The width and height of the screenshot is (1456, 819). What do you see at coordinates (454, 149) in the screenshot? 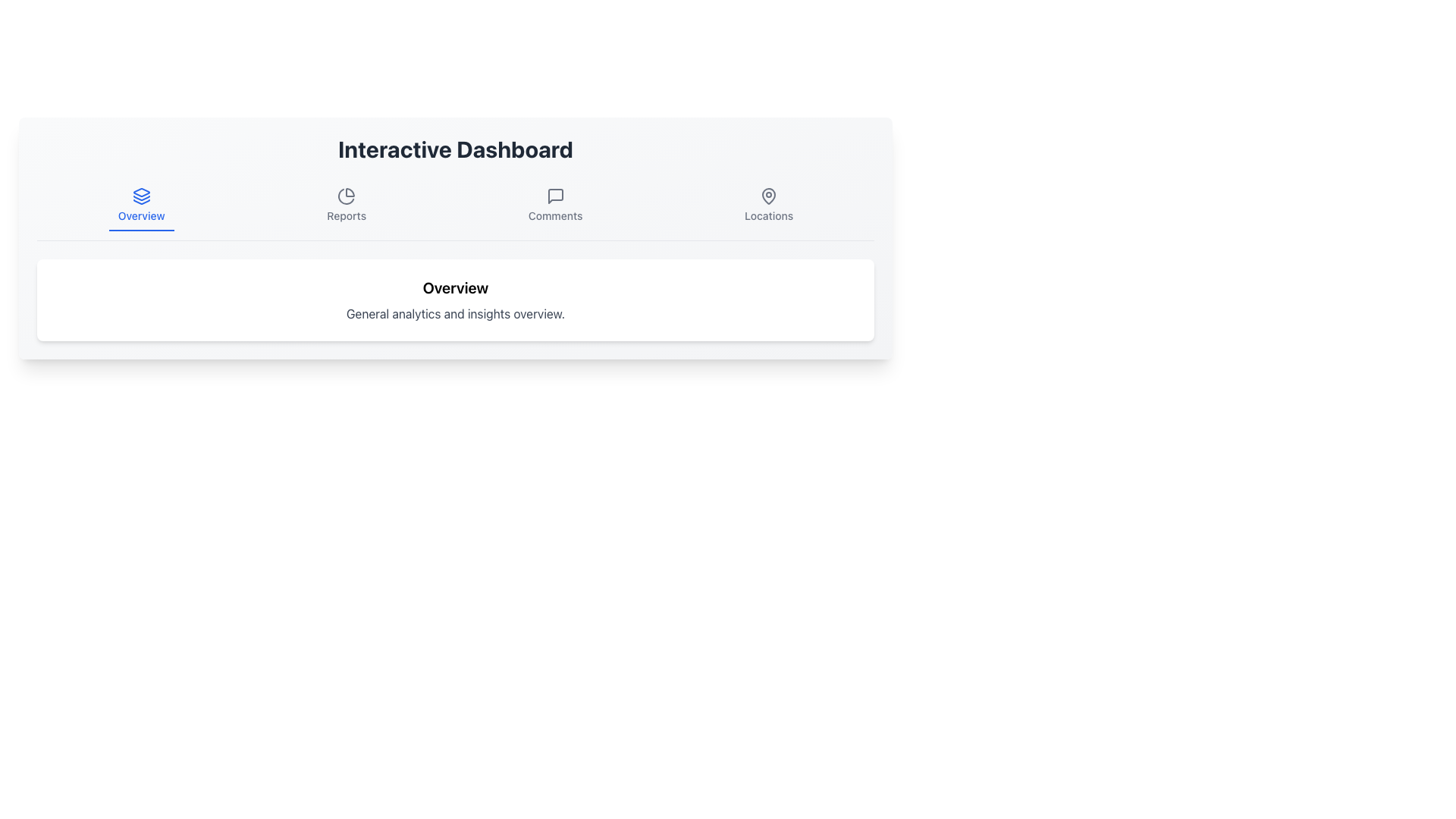
I see `text heading located at the top center of the dashboard interface, which serves as the title indicating the overall context and feature set of the application` at bounding box center [454, 149].